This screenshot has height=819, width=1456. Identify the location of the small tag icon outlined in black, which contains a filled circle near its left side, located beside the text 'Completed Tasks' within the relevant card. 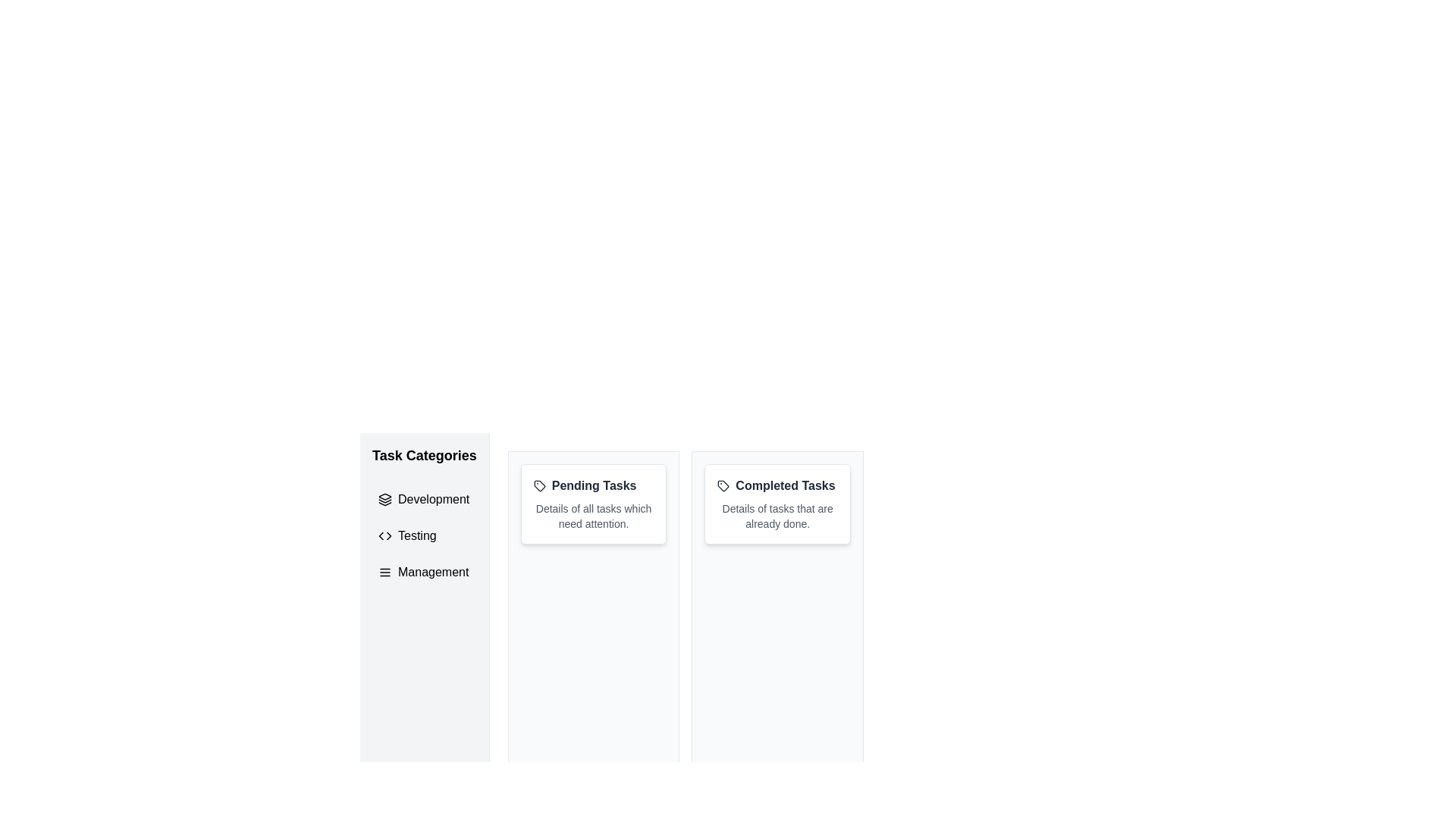
(723, 485).